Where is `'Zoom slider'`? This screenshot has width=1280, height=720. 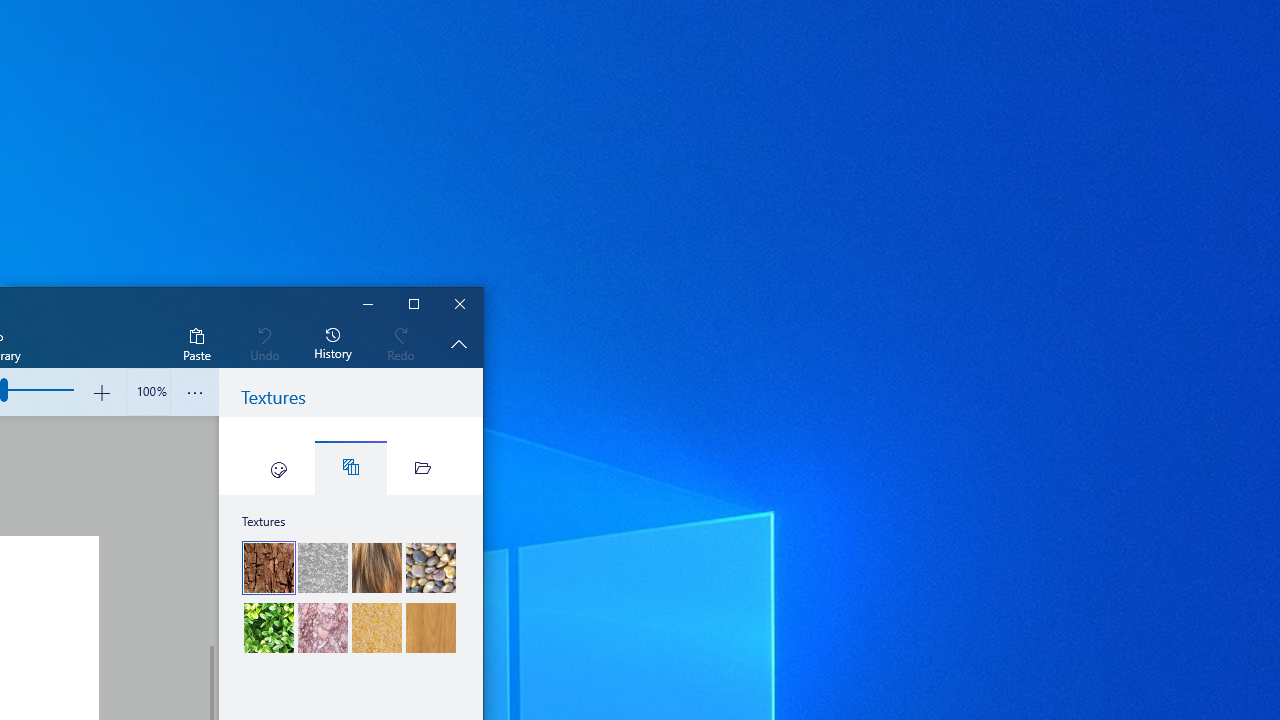 'Zoom slider' is located at coordinates (147, 392).